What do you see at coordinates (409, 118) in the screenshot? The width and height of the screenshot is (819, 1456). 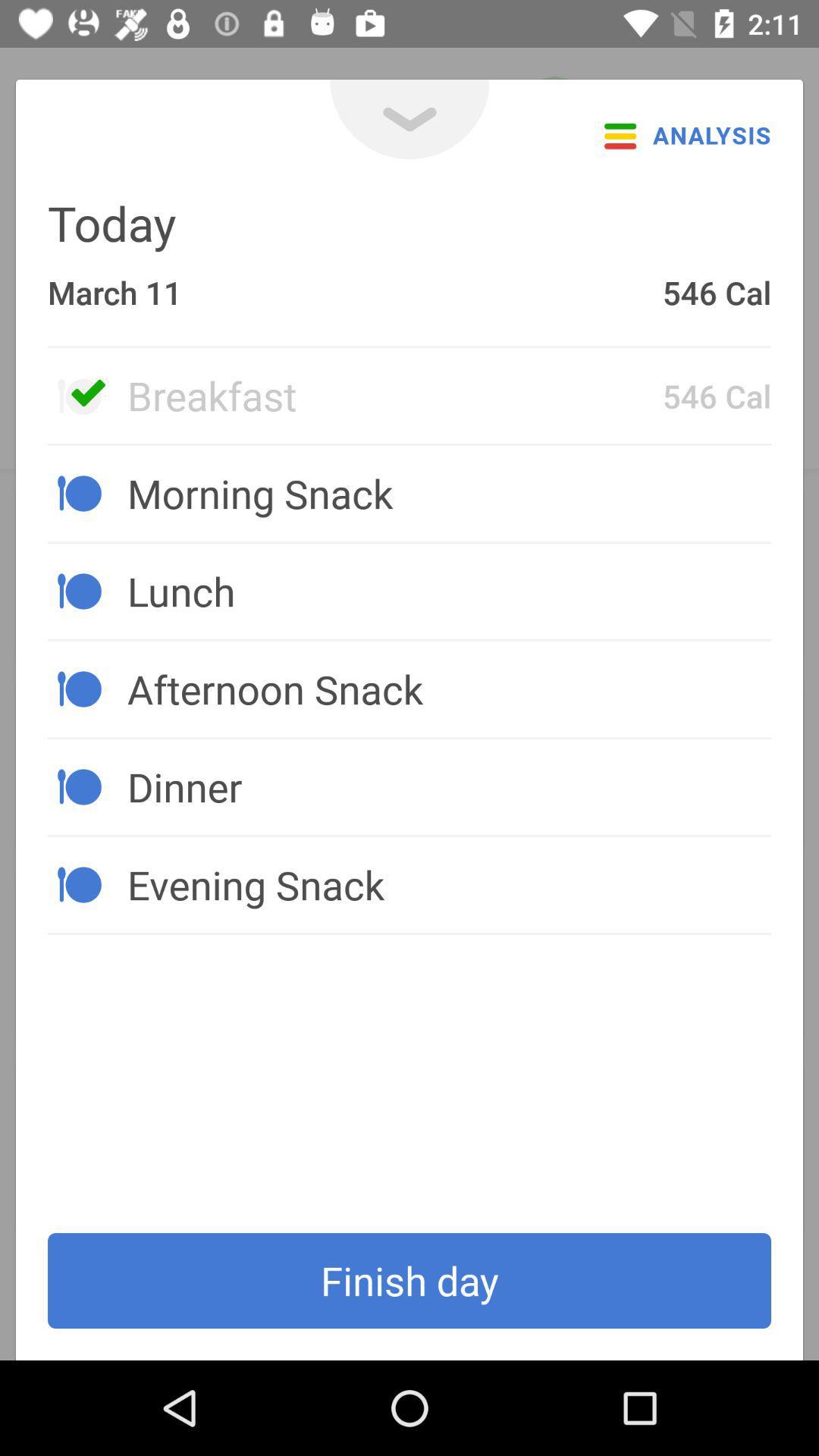 I see `the expand_more icon` at bounding box center [409, 118].